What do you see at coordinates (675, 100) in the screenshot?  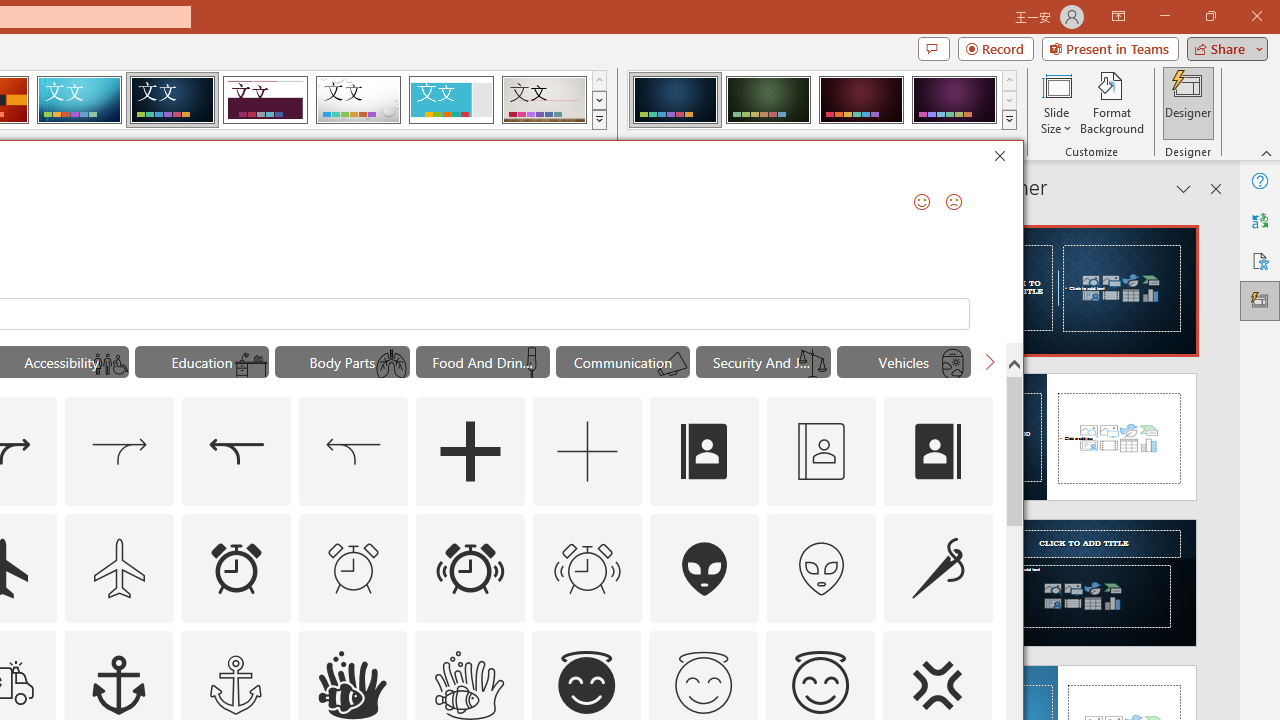 I see `'Damask Variant 1'` at bounding box center [675, 100].